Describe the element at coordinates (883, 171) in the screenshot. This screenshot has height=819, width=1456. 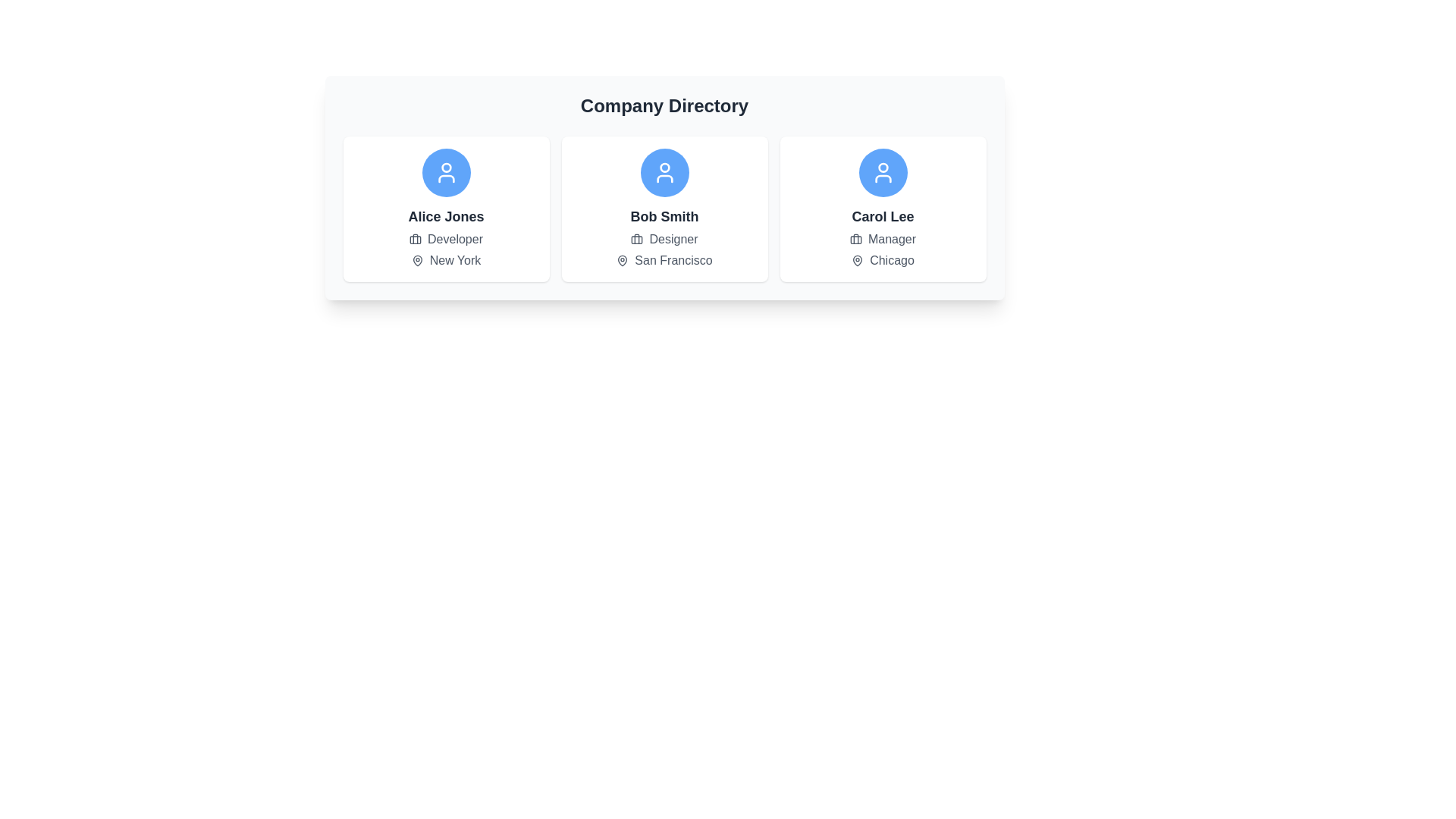
I see `the circular user profile icon with a blue background and white user figure, located at the top of the 'Carol Lee' card in the 'Company Directory'` at that location.